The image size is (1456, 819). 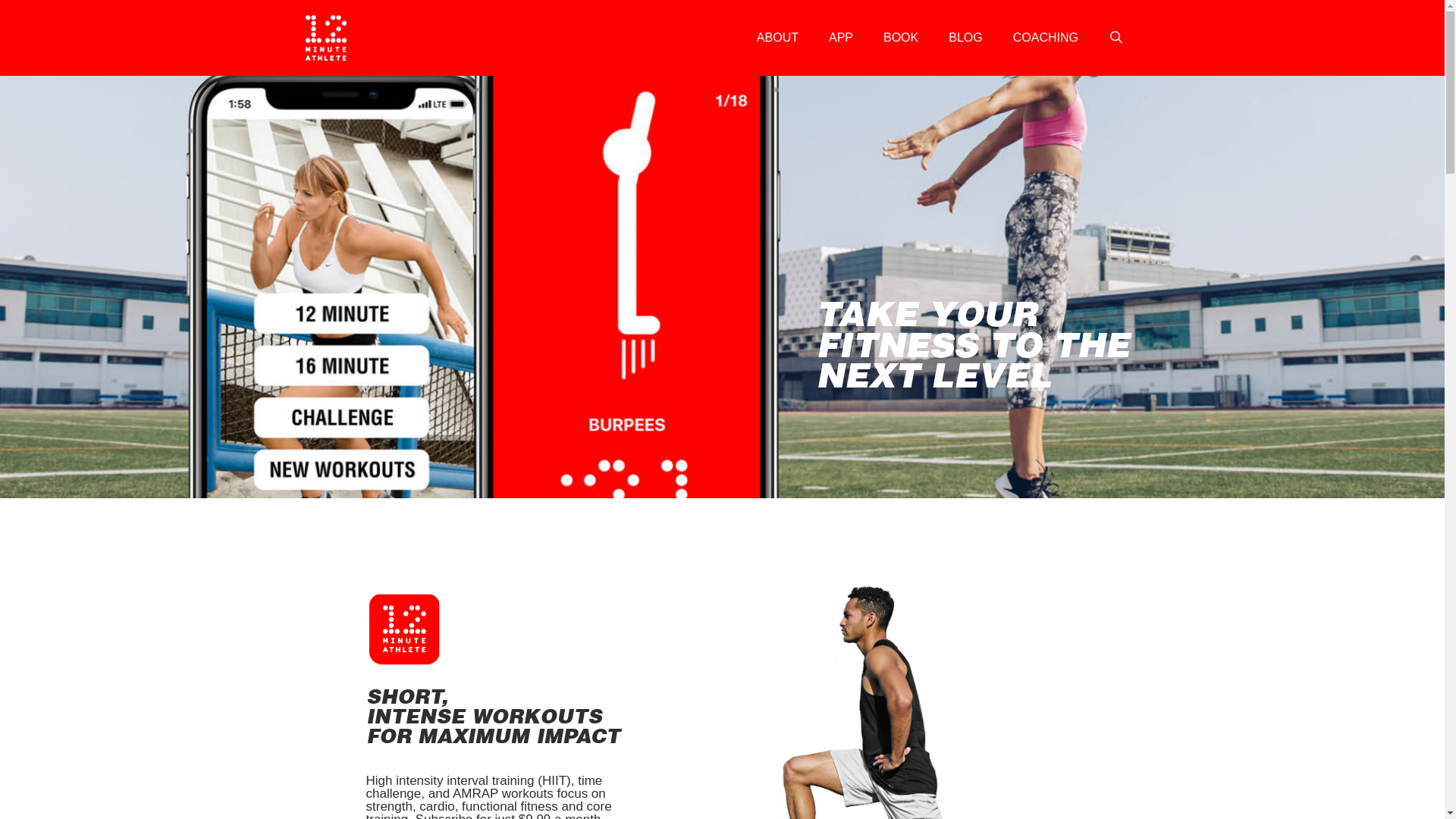 What do you see at coordinates (900, 37) in the screenshot?
I see `'BOOK'` at bounding box center [900, 37].